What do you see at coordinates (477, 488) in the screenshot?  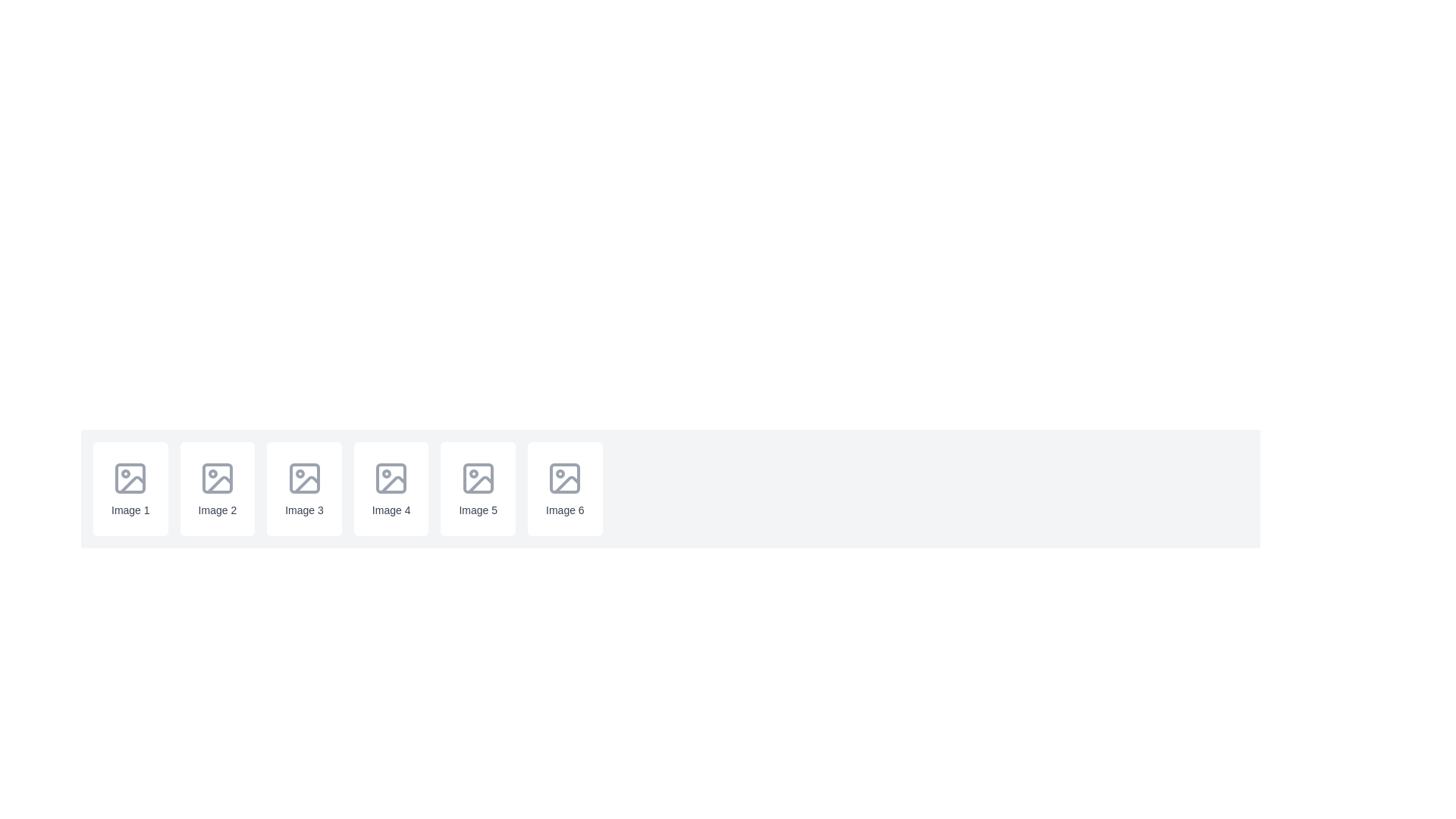 I see `the icon representing 'Image 5'` at bounding box center [477, 488].